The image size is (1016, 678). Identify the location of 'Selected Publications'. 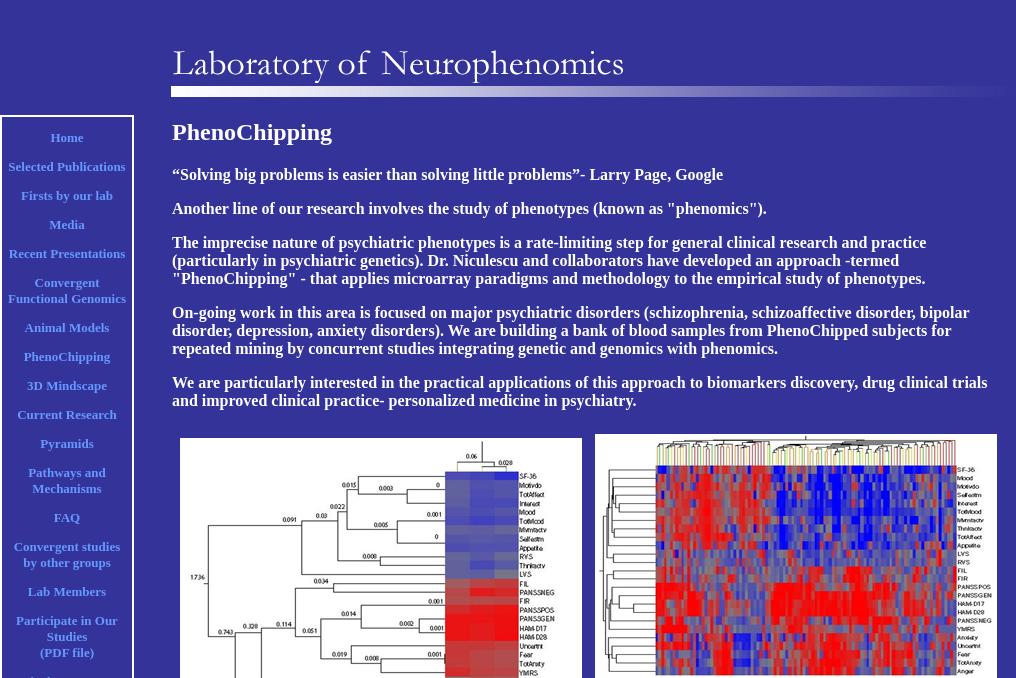
(66, 165).